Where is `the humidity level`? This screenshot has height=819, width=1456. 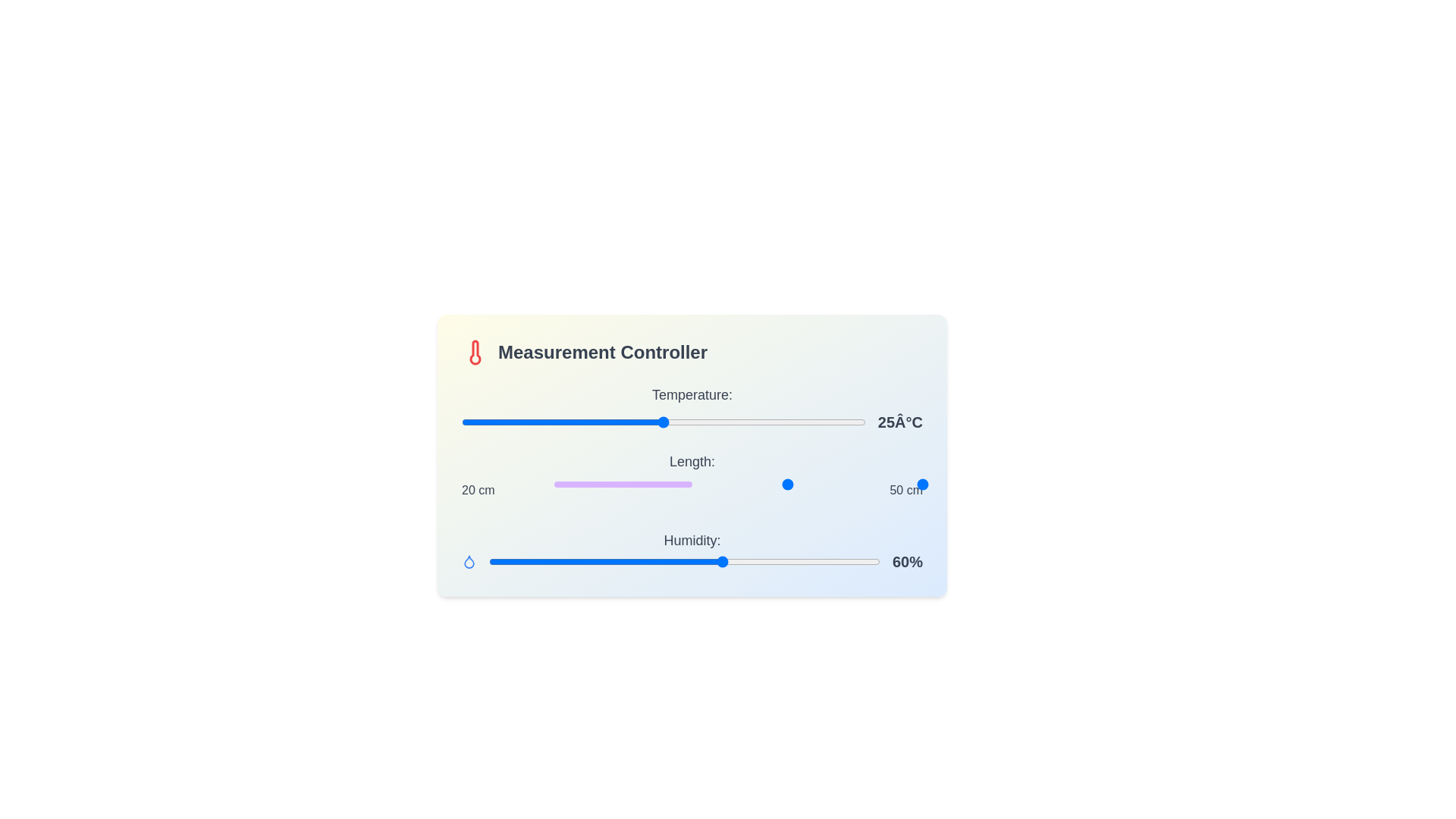 the humidity level is located at coordinates (715, 561).